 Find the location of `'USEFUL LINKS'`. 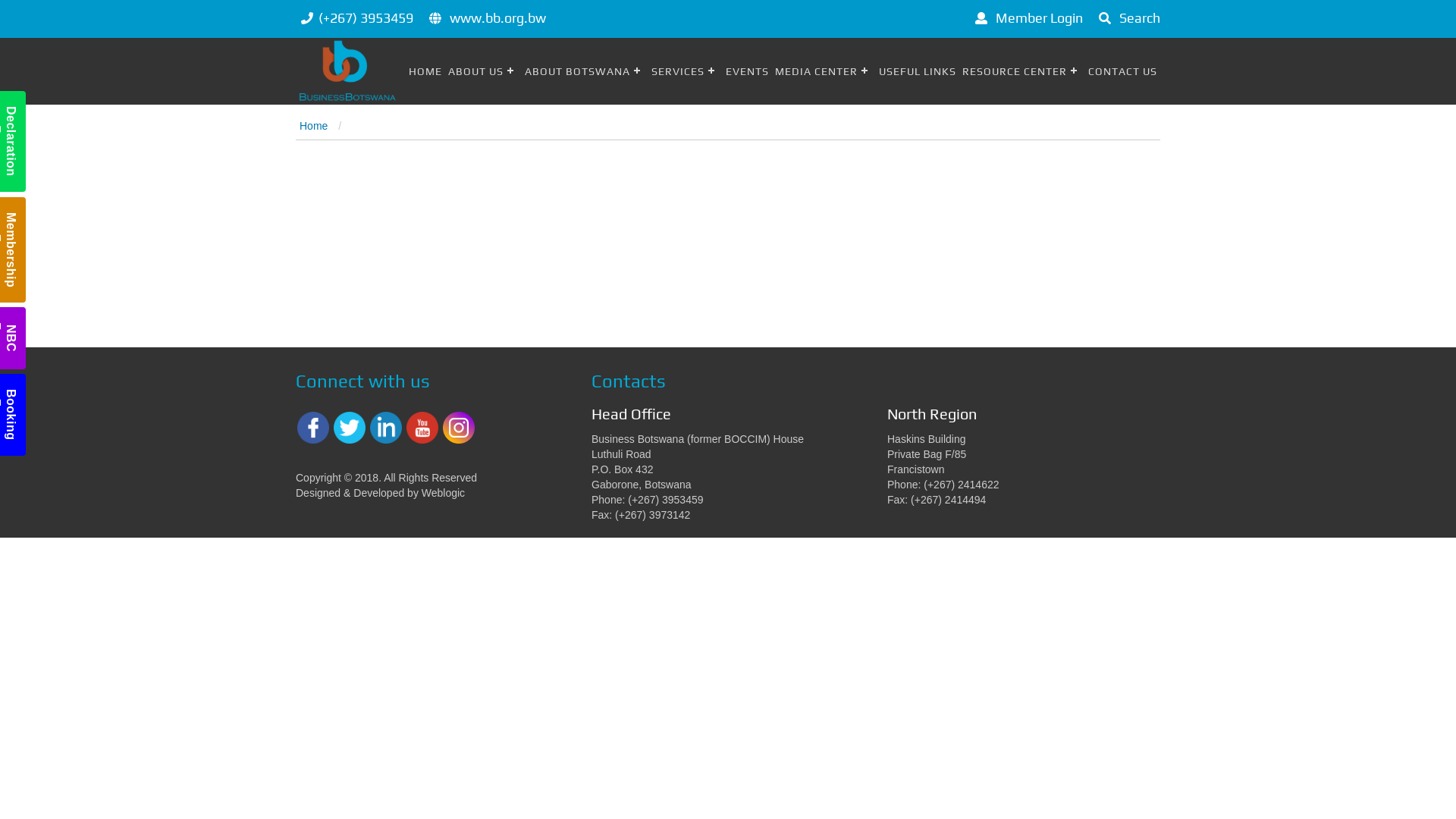

'USEFUL LINKS' is located at coordinates (876, 71).